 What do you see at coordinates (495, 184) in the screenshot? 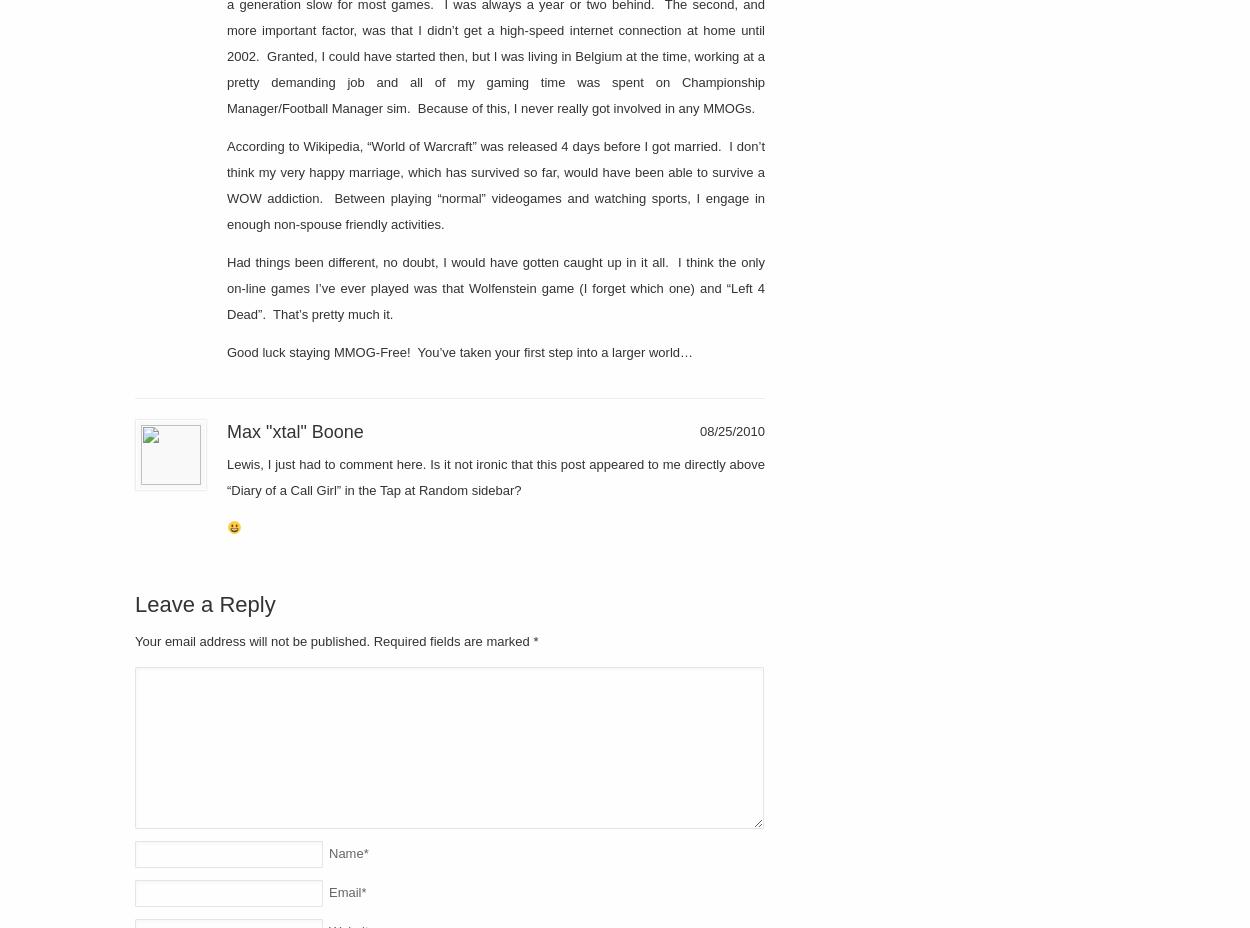
I see `'According to Wikipedia, “World of Warcraft” was released 4 days before I got married.  I don’t think my very happy marriage, which has survived so far, would have been able to survive a WOW addiction.  Between playing “normal” videogames and watching sports, I engage in enough non-spouse friendly activities.'` at bounding box center [495, 184].